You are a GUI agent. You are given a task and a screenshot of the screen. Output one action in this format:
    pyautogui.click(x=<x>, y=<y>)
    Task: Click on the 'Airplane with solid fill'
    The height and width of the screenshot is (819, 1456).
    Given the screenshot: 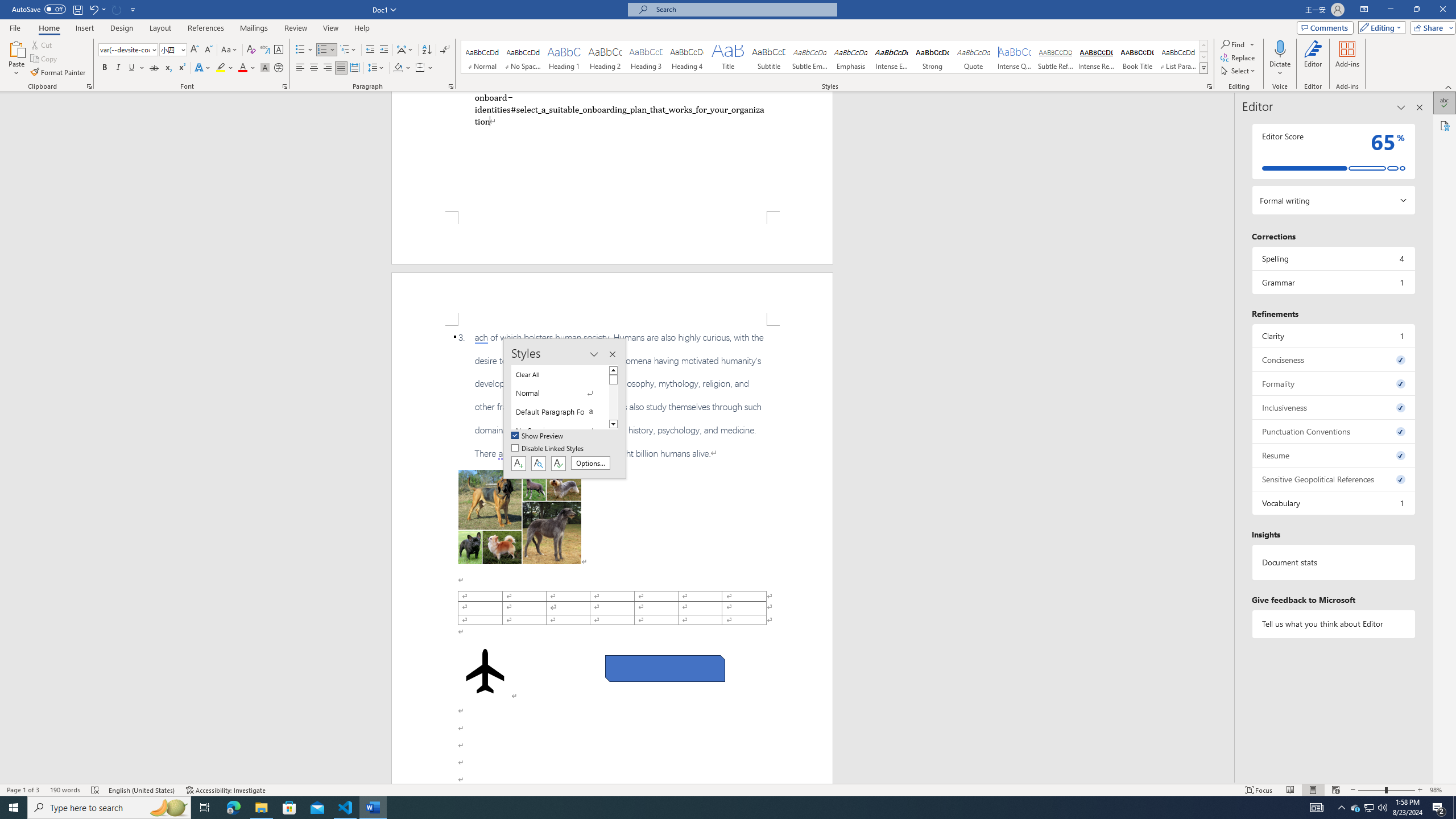 What is the action you would take?
    pyautogui.click(x=485, y=671)
    